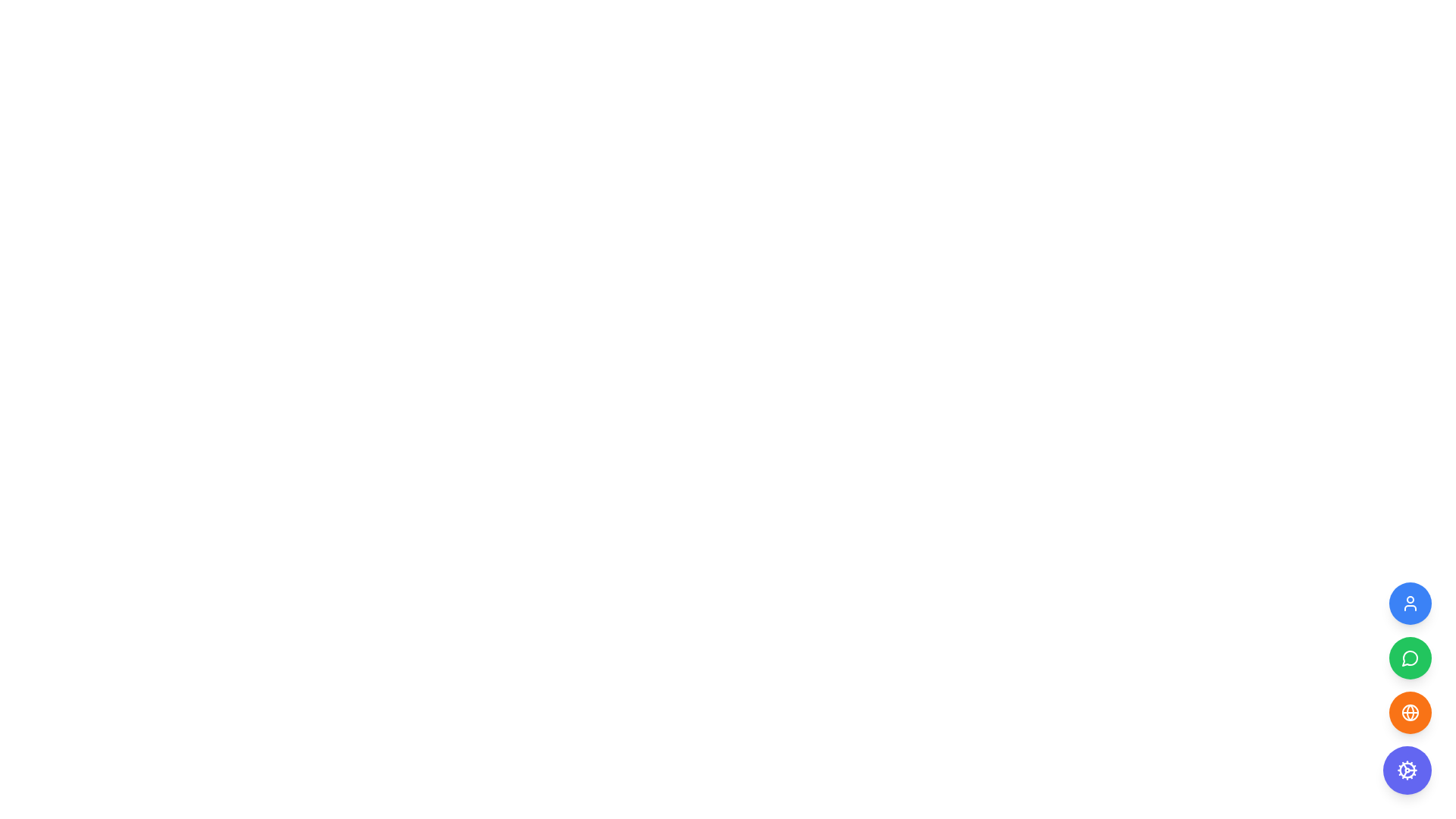 This screenshot has height=819, width=1456. I want to click on the settings button, identifiable by the gear icon, located as the fourth button in a vertical stack near the right edge of the interface, so click(1407, 770).